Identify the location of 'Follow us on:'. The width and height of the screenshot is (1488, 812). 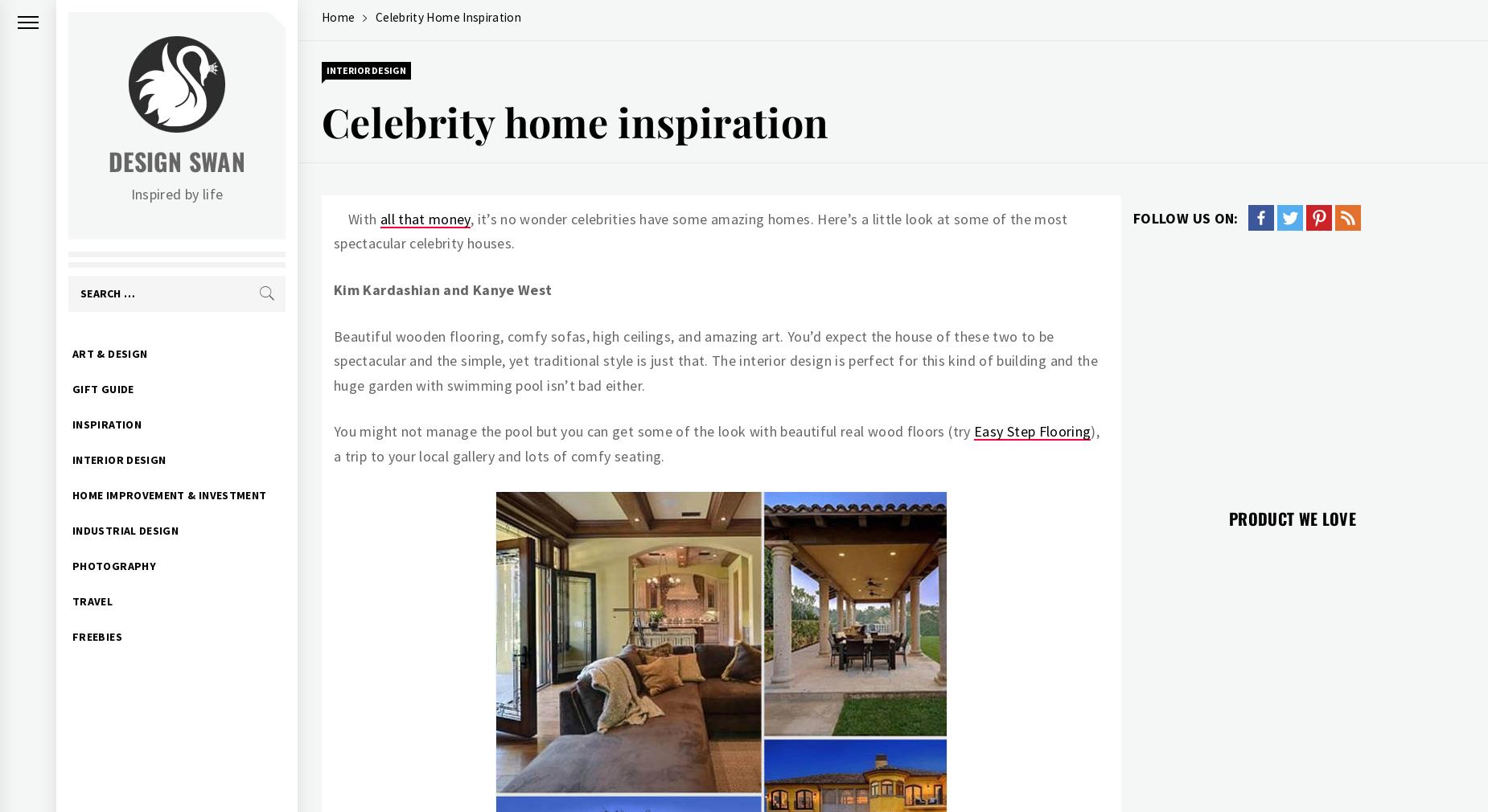
(1186, 217).